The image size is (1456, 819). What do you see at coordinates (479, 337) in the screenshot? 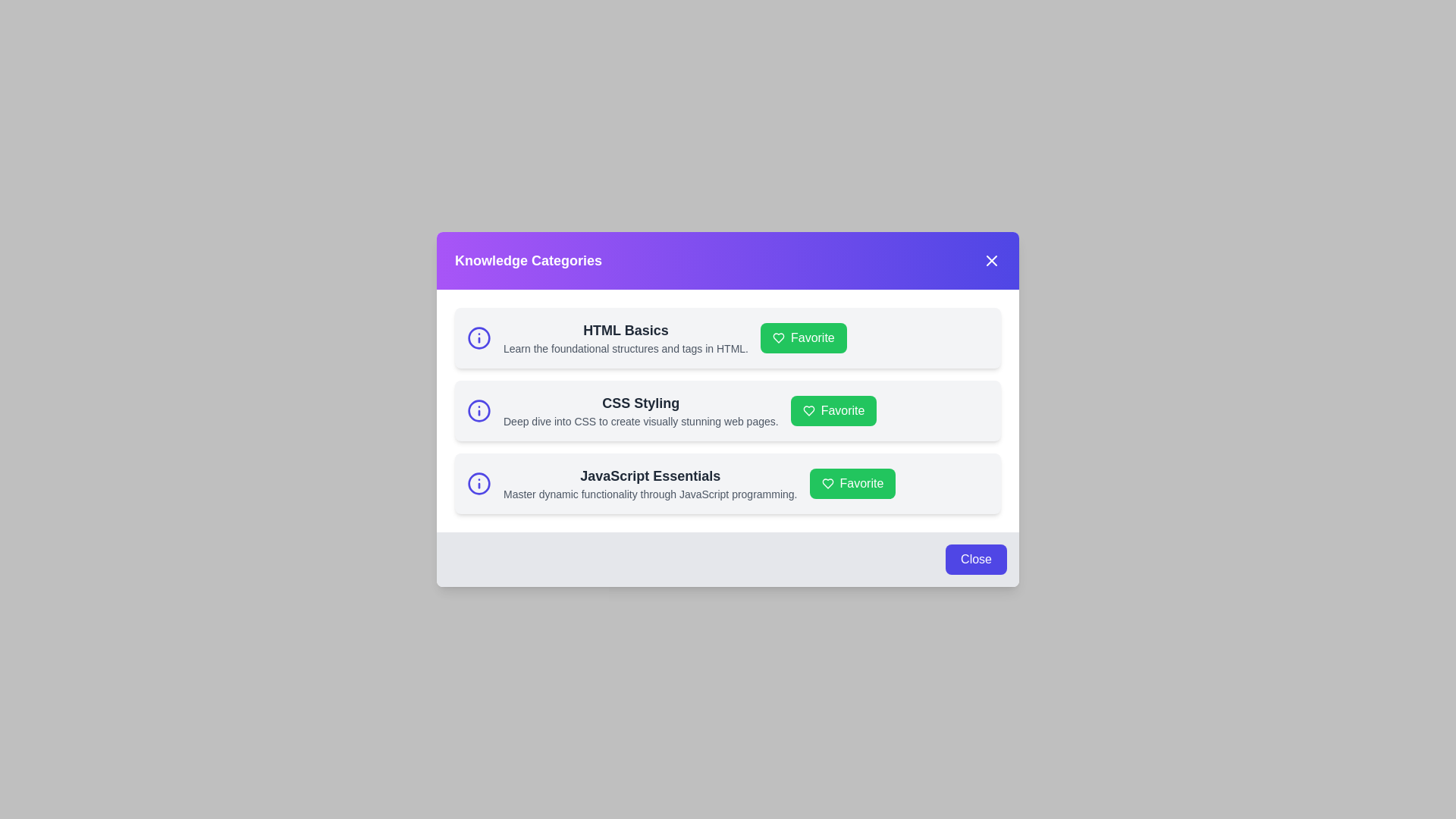
I see `the circular background element of the SVG icon representing the question mark in the 'CSS Styling' entry of the 'Knowledge Categories' dialog` at bounding box center [479, 337].